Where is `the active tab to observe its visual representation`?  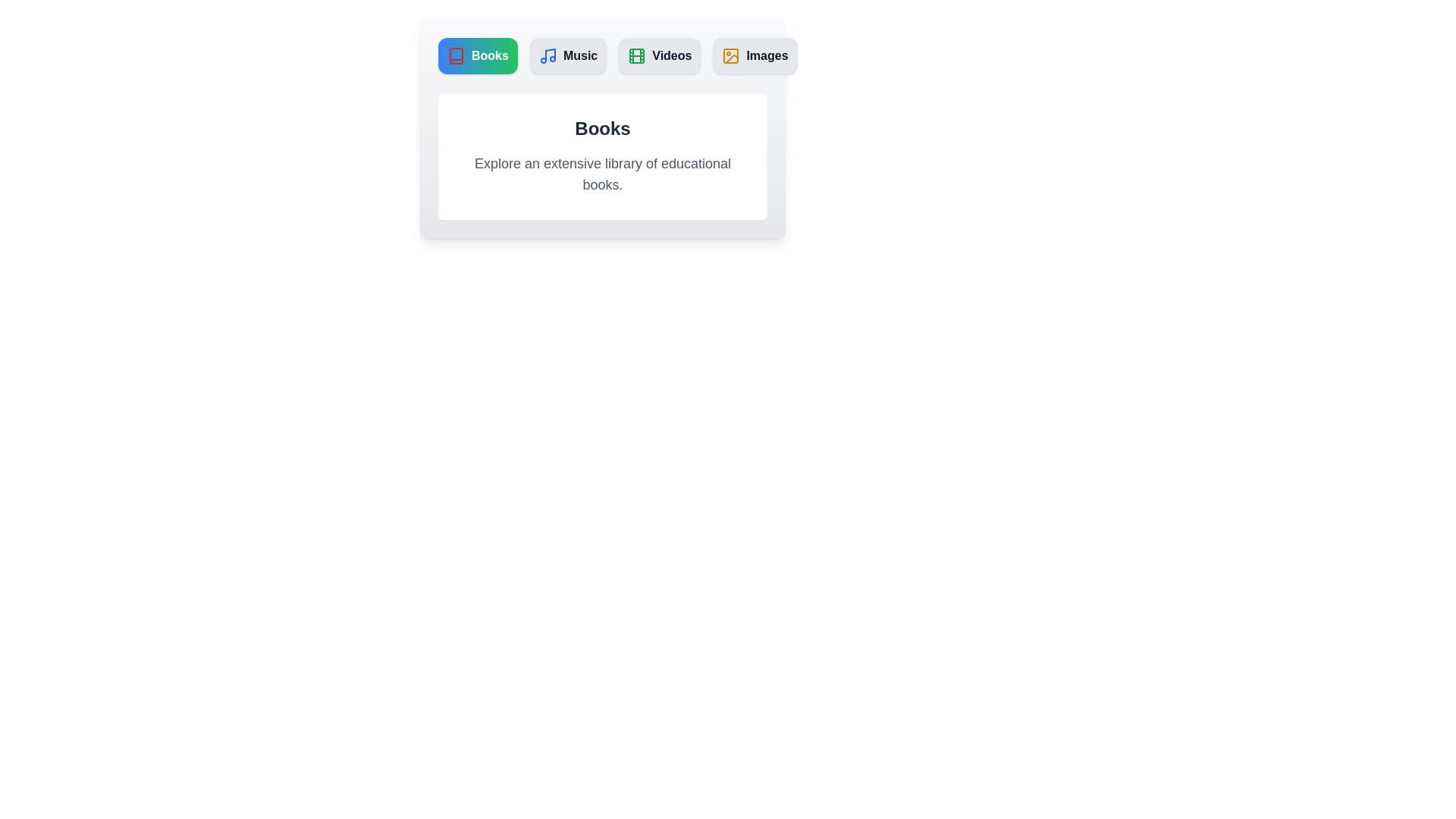
the active tab to observe its visual representation is located at coordinates (476, 55).